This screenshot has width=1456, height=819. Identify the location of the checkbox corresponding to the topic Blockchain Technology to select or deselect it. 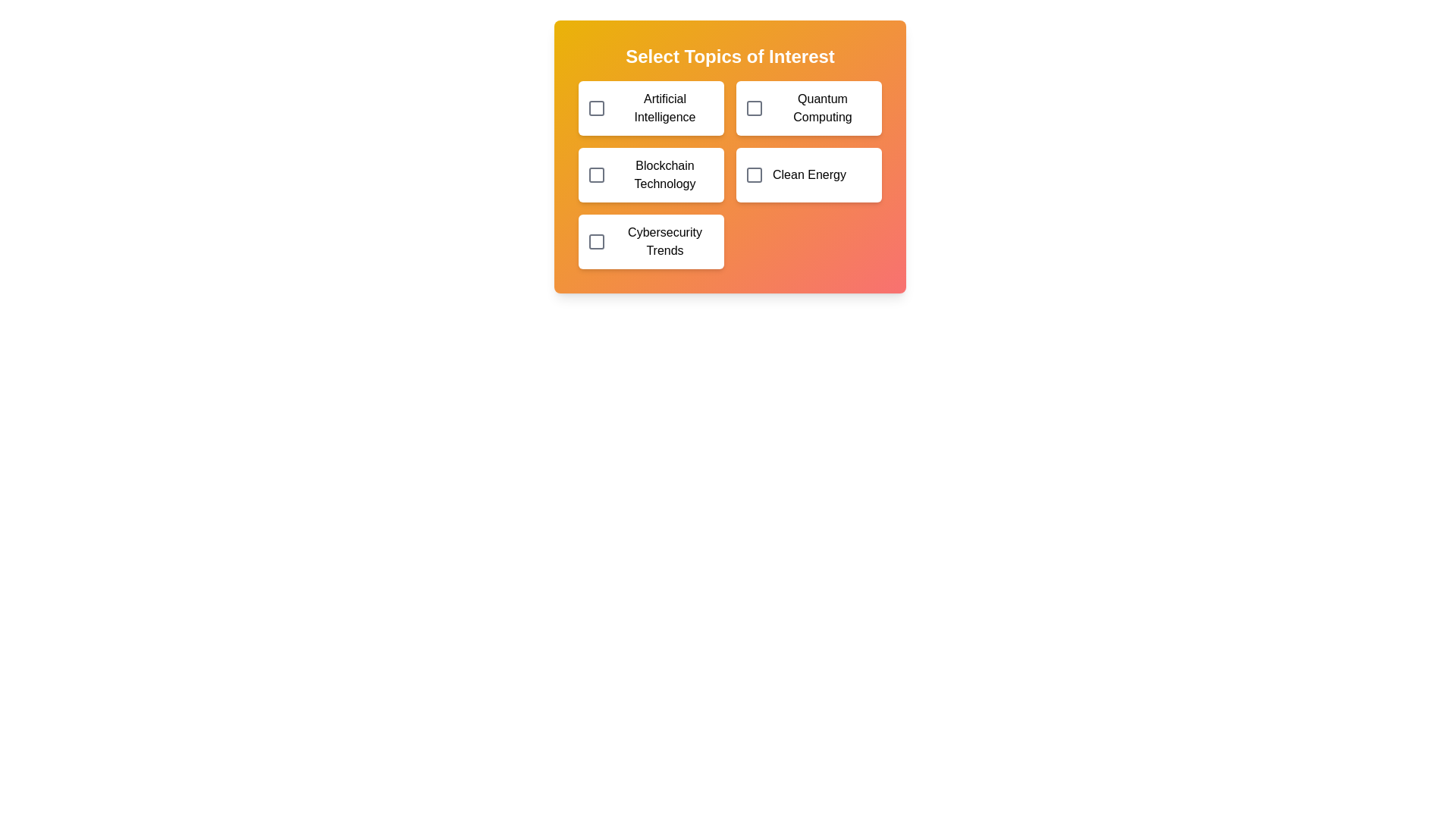
(596, 174).